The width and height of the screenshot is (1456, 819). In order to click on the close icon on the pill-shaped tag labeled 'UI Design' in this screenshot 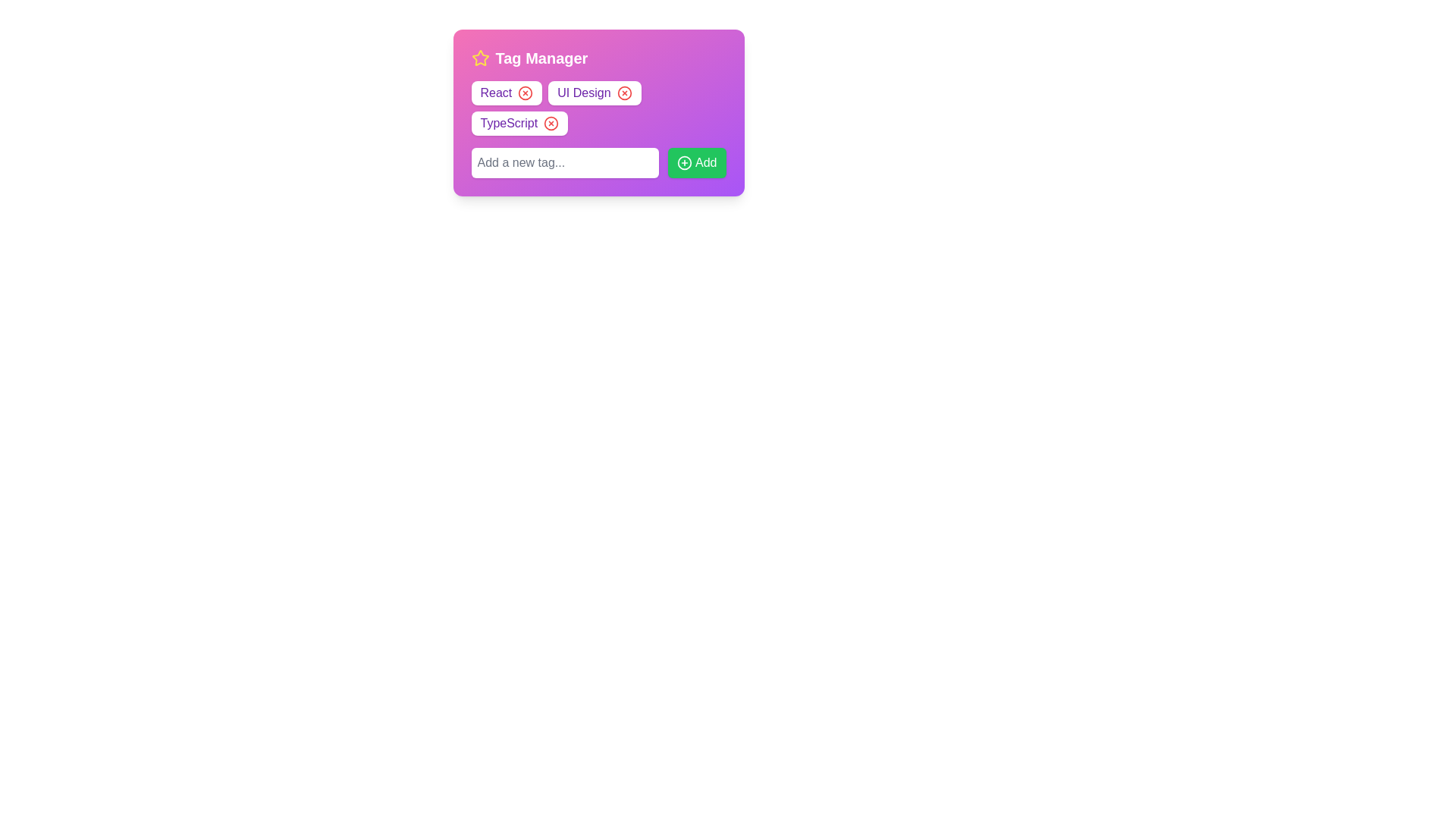, I will do `click(594, 93)`.